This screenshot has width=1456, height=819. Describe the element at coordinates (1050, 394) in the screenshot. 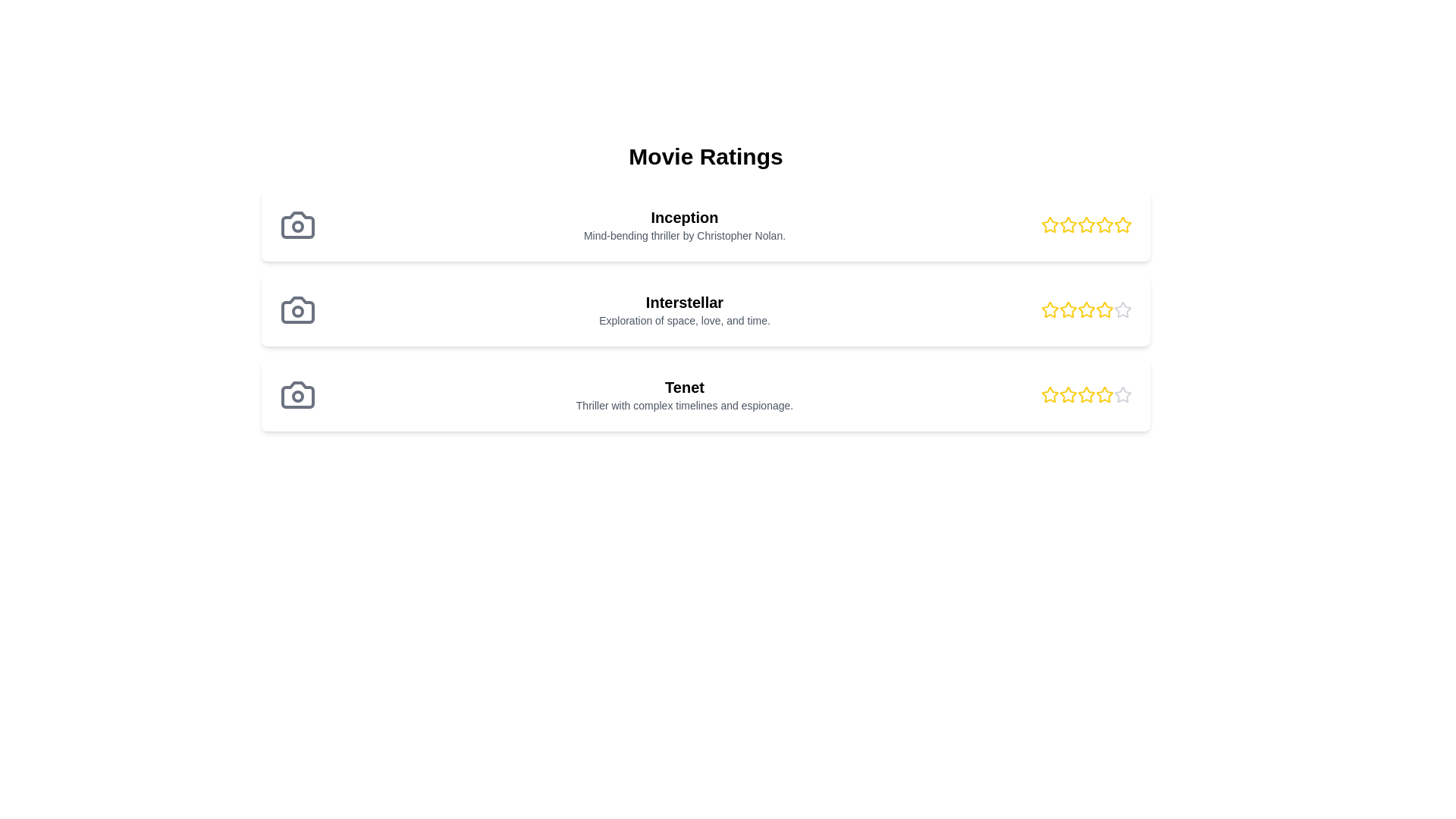

I see `the third star in the row of five stars next` at that location.